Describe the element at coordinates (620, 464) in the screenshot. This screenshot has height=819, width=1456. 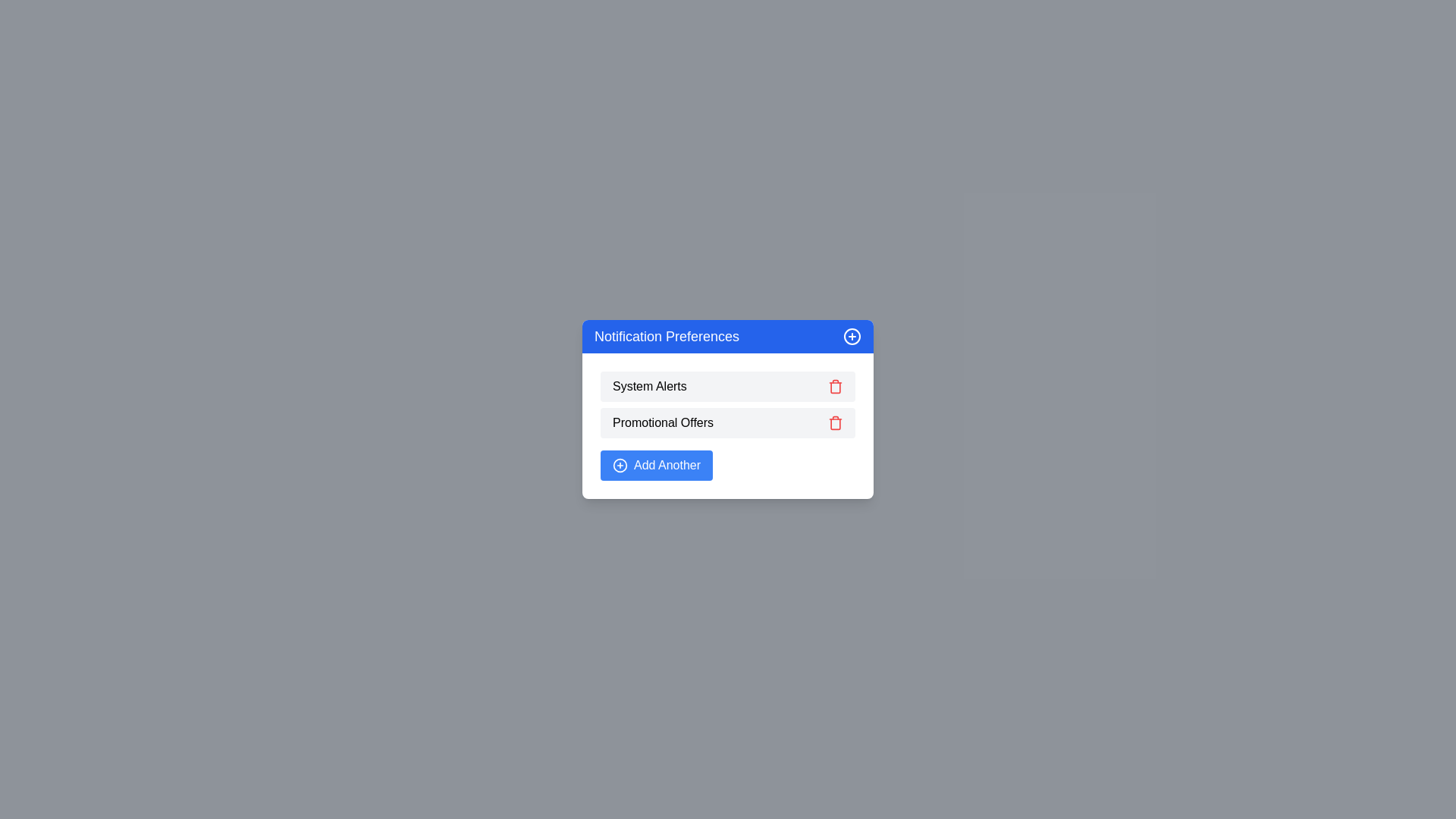
I see `the 'Add Another' button by clicking on the central circular shape within its icon, which serves to signify the add functionality` at that location.